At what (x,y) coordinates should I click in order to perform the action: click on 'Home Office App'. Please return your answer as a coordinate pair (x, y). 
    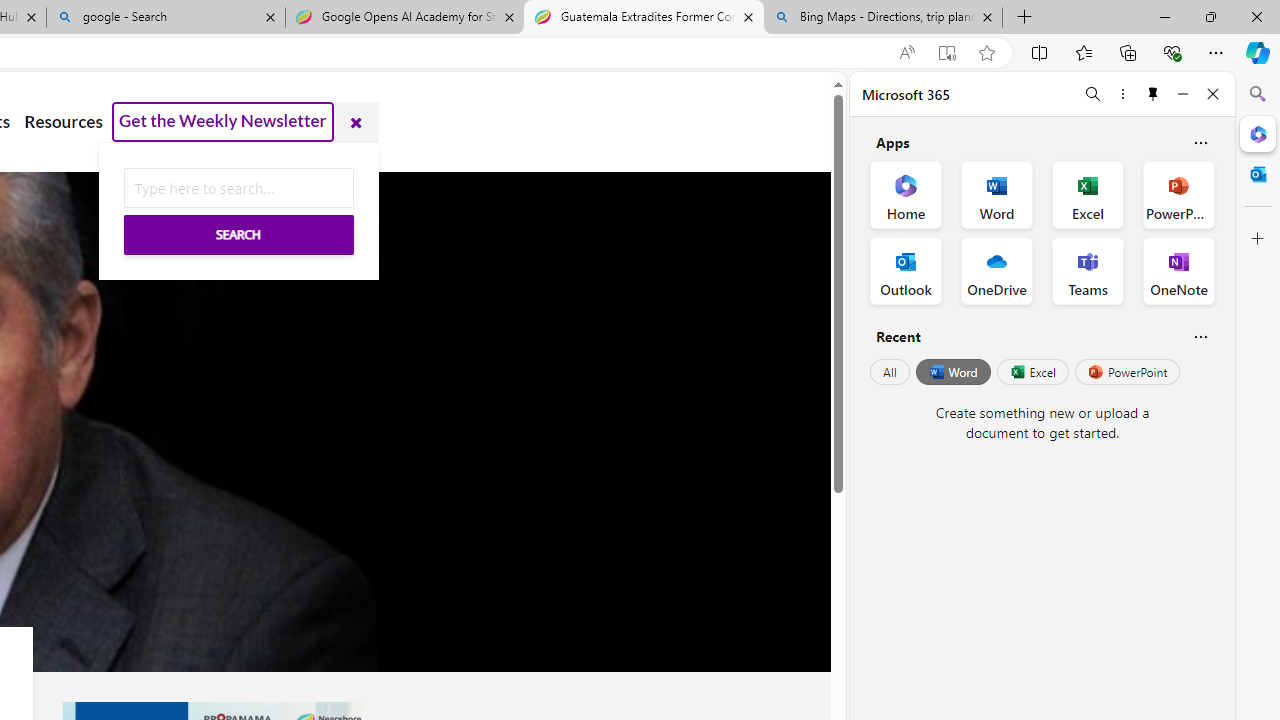
    Looking at the image, I should click on (905, 195).